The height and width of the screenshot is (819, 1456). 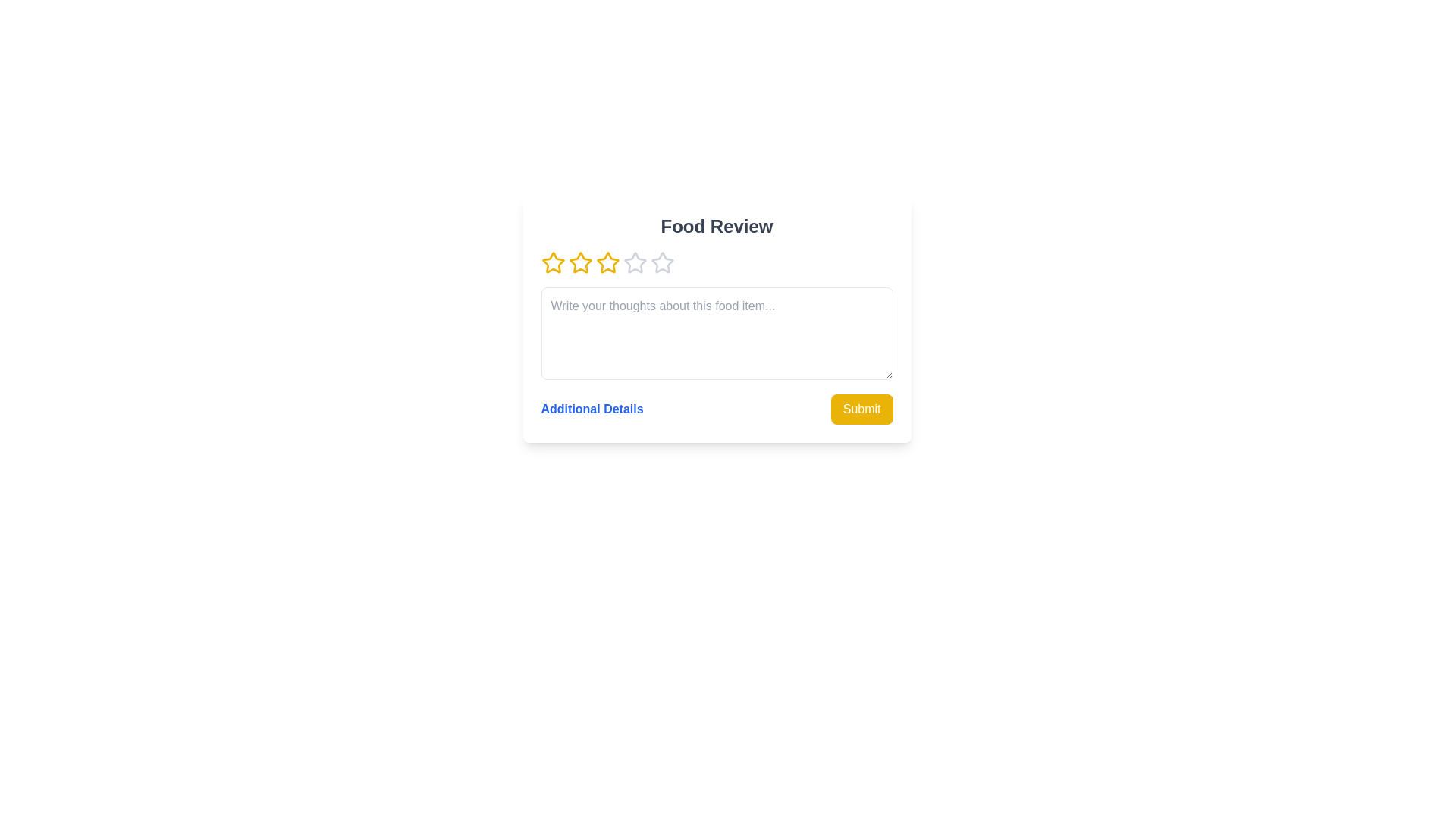 I want to click on the rating to 2 stars by clicking on the corresponding star button, so click(x=579, y=262).